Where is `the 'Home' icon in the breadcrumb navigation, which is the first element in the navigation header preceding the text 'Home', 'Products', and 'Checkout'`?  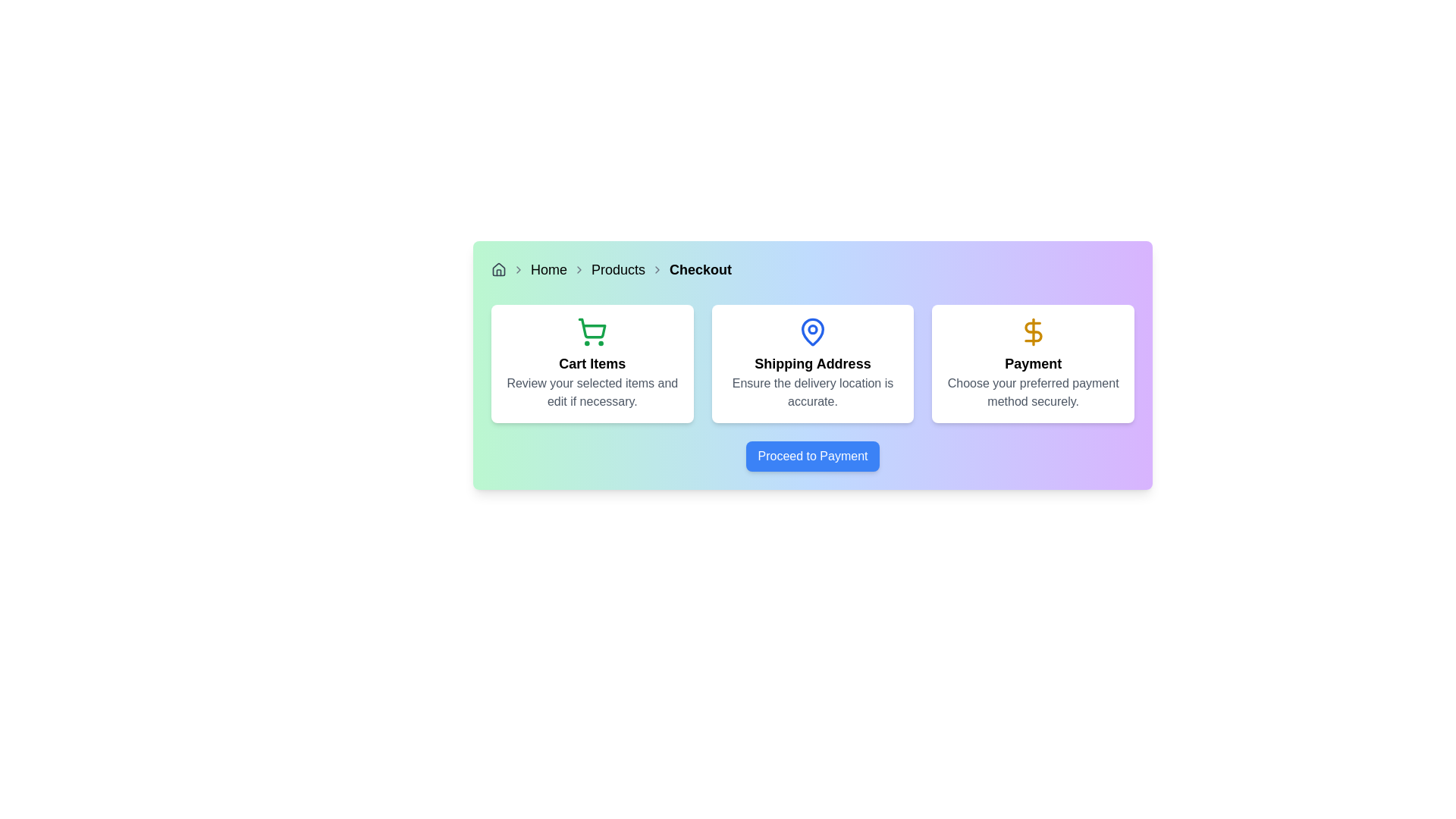 the 'Home' icon in the breadcrumb navigation, which is the first element in the navigation header preceding the text 'Home', 'Products', and 'Checkout' is located at coordinates (498, 268).